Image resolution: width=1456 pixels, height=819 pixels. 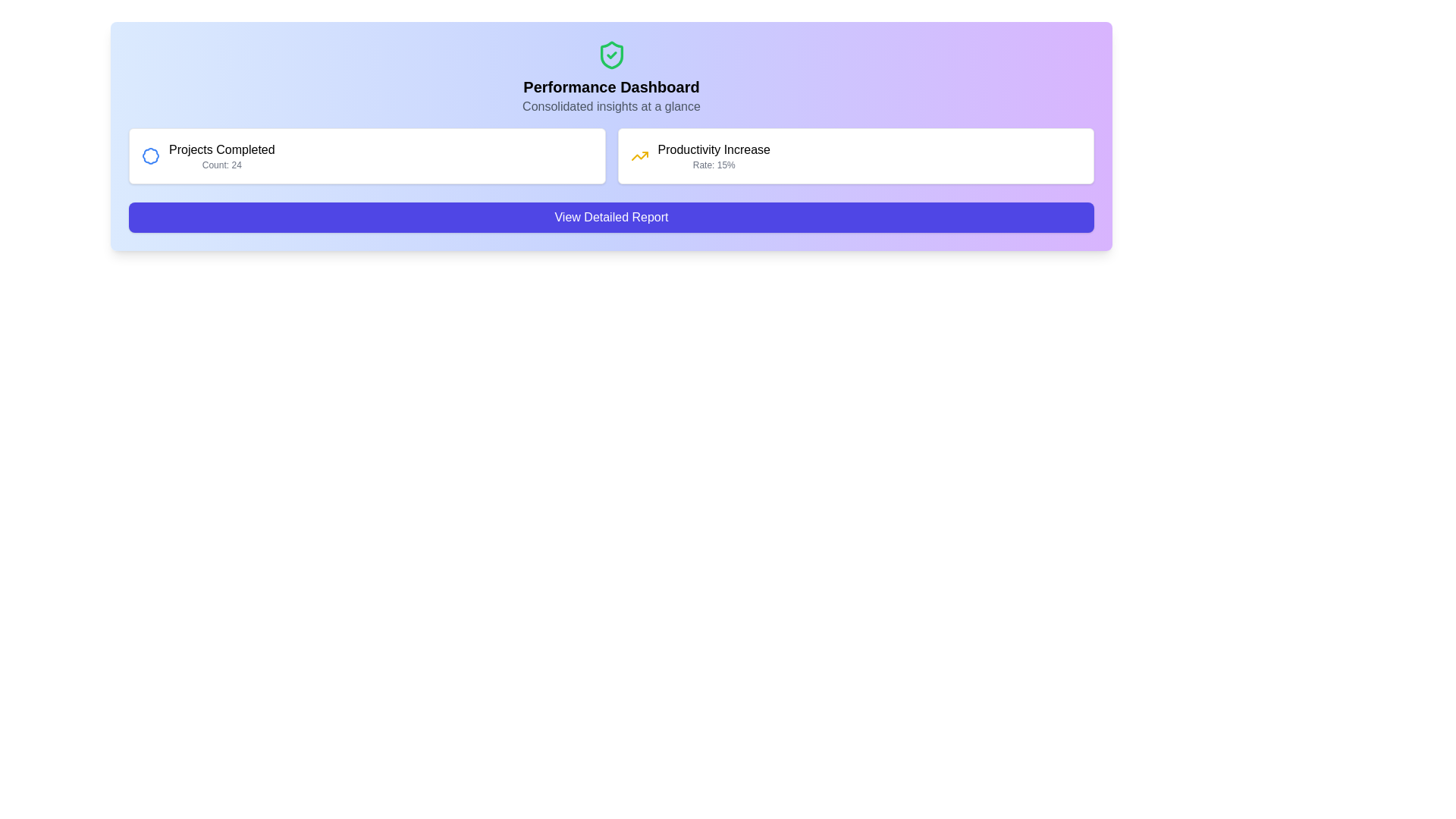 What do you see at coordinates (611, 55) in the screenshot?
I see `the shield-shaped icon with a green outline and check mark symbol, located at the top center above the 'Performance Dashboard' title` at bounding box center [611, 55].